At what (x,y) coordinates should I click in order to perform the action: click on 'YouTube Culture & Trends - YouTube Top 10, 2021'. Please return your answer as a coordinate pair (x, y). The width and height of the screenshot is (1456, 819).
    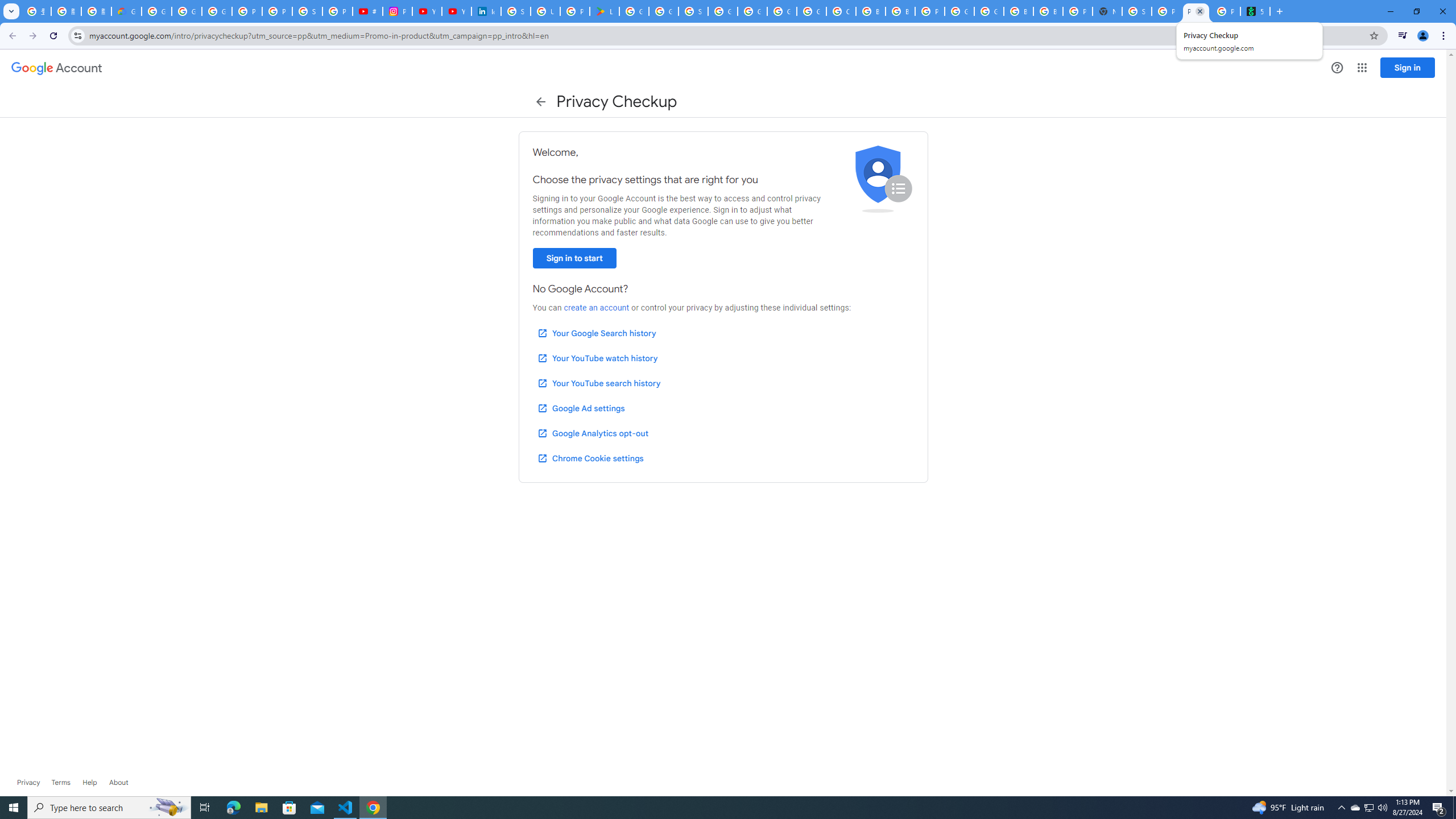
    Looking at the image, I should click on (456, 11).